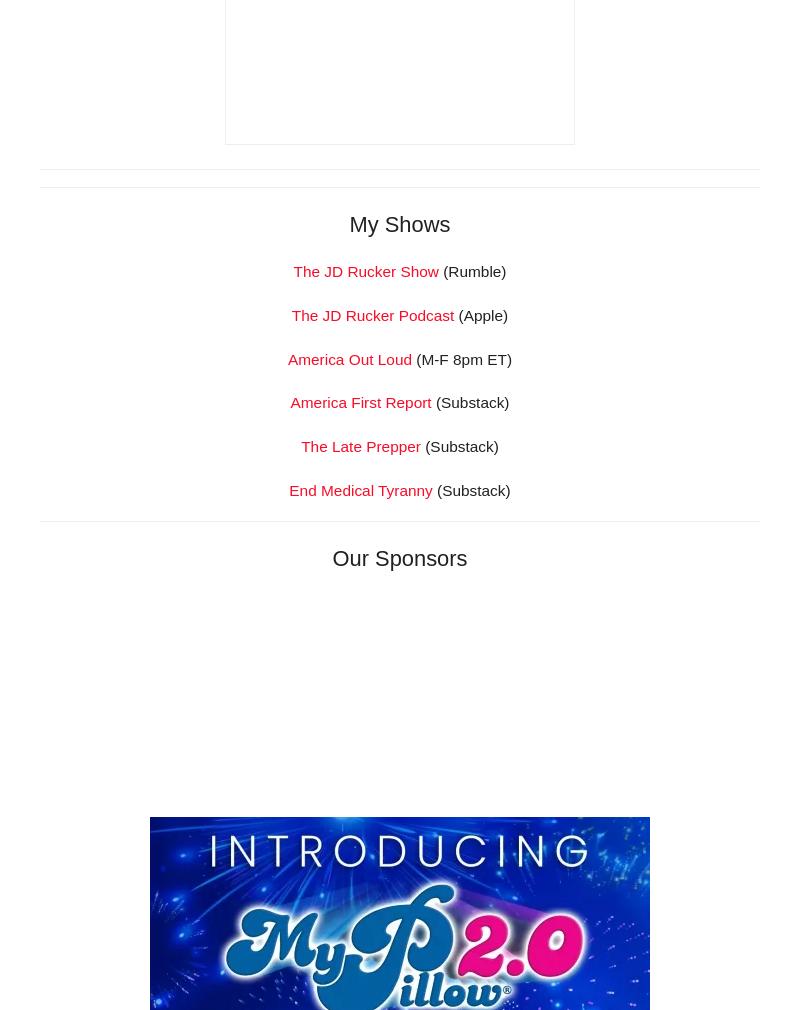 This screenshot has width=800, height=1010. I want to click on '(Apple)', so click(481, 594).